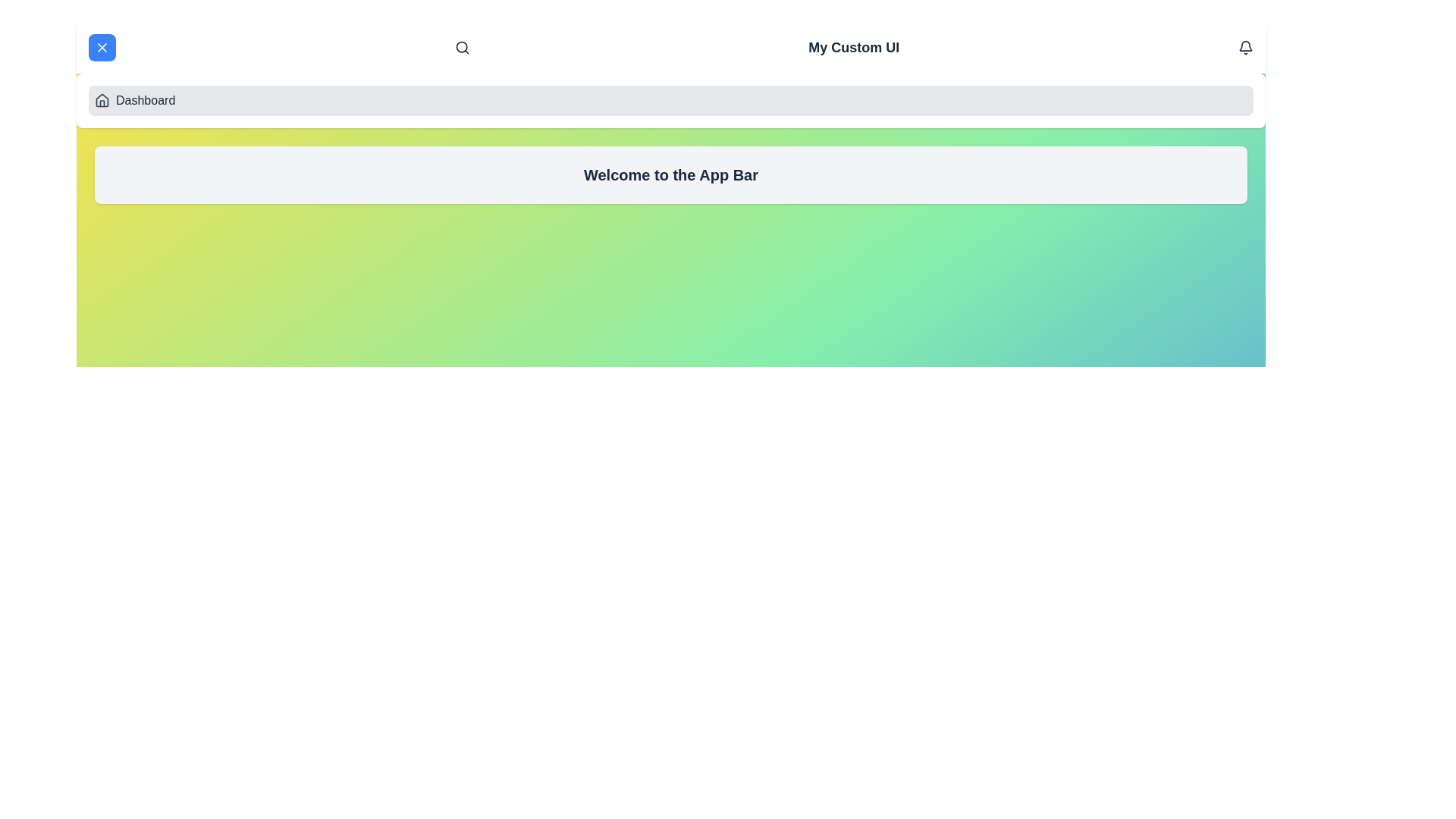 Image resolution: width=1456 pixels, height=819 pixels. What do you see at coordinates (461, 46) in the screenshot?
I see `the search icon in the app bar` at bounding box center [461, 46].